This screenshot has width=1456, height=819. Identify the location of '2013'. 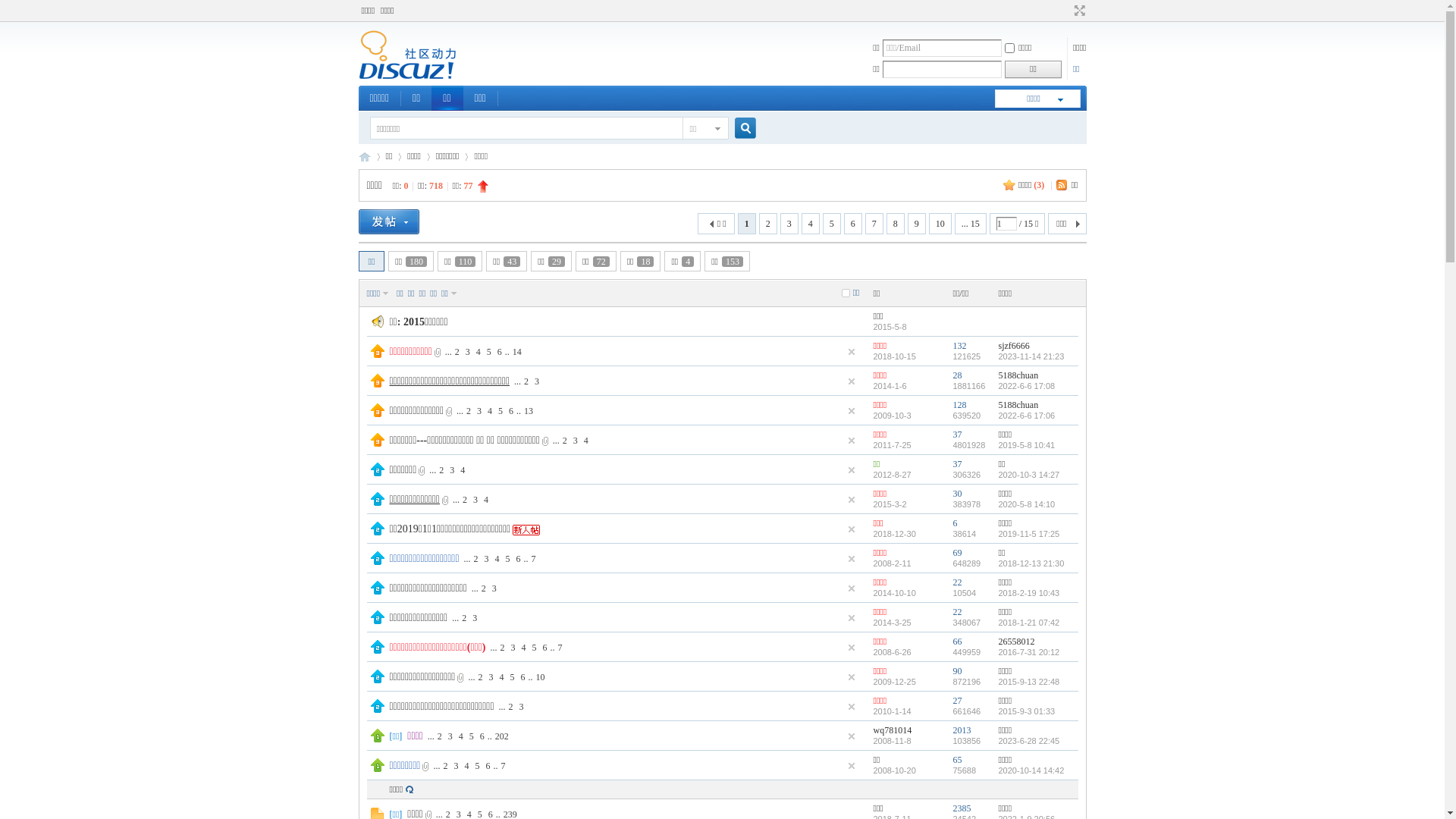
(960, 730).